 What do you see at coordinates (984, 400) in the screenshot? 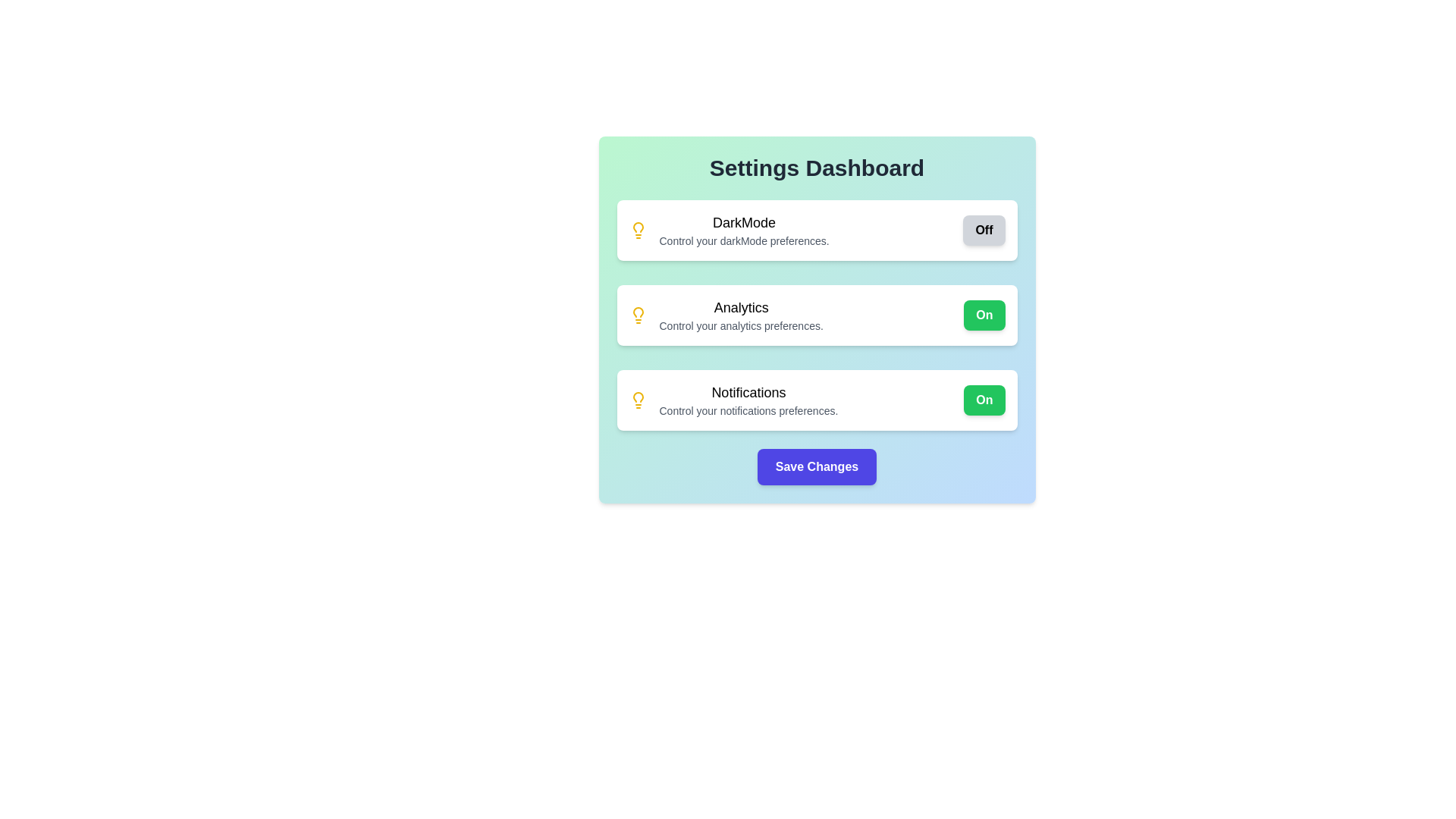
I see `the 'Notifications' toggle button to change its state` at bounding box center [984, 400].